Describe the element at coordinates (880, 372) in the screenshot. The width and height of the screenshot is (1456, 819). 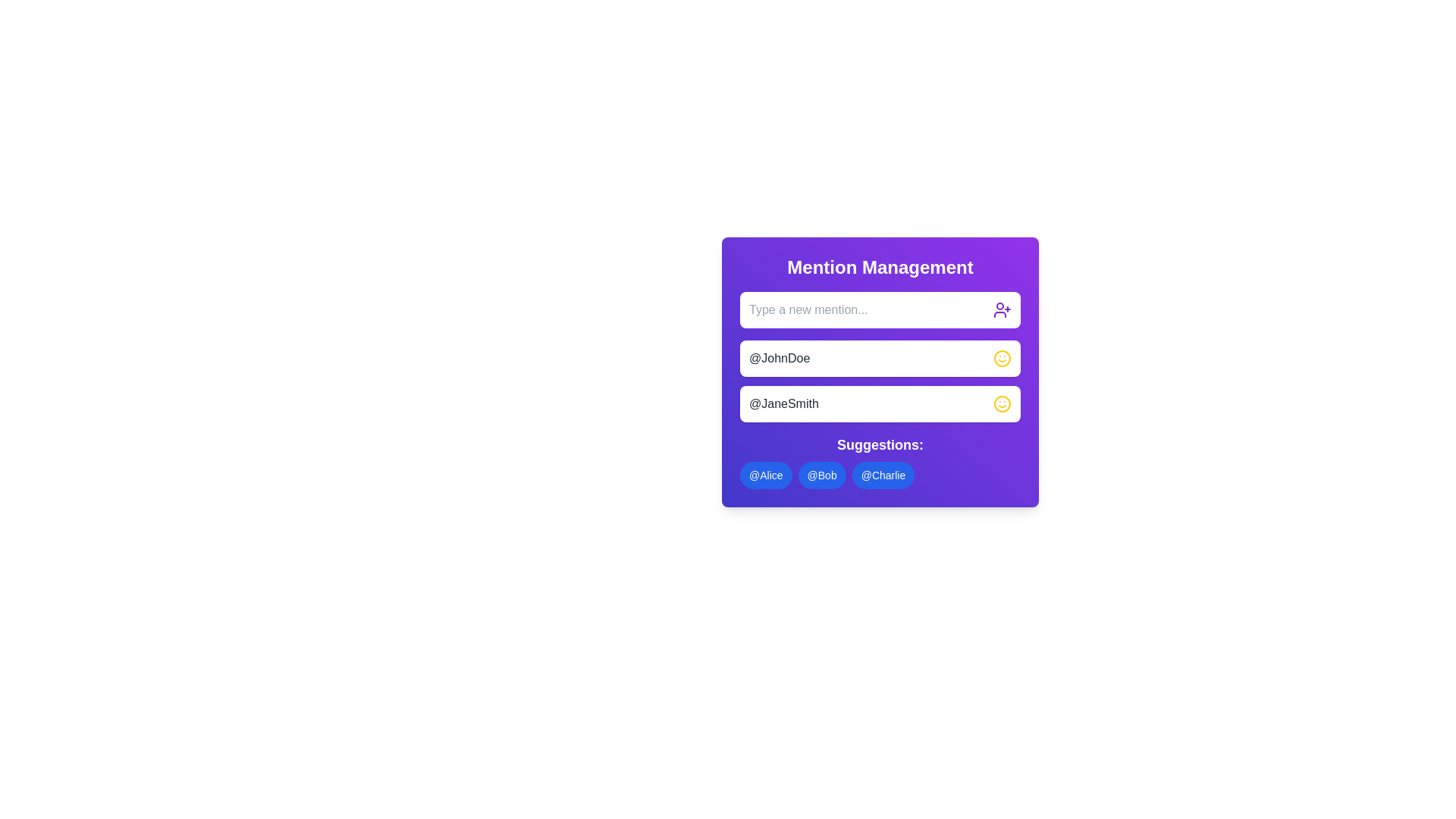
I see `the mention entry displaying the username '@JohnDoe'` at that location.